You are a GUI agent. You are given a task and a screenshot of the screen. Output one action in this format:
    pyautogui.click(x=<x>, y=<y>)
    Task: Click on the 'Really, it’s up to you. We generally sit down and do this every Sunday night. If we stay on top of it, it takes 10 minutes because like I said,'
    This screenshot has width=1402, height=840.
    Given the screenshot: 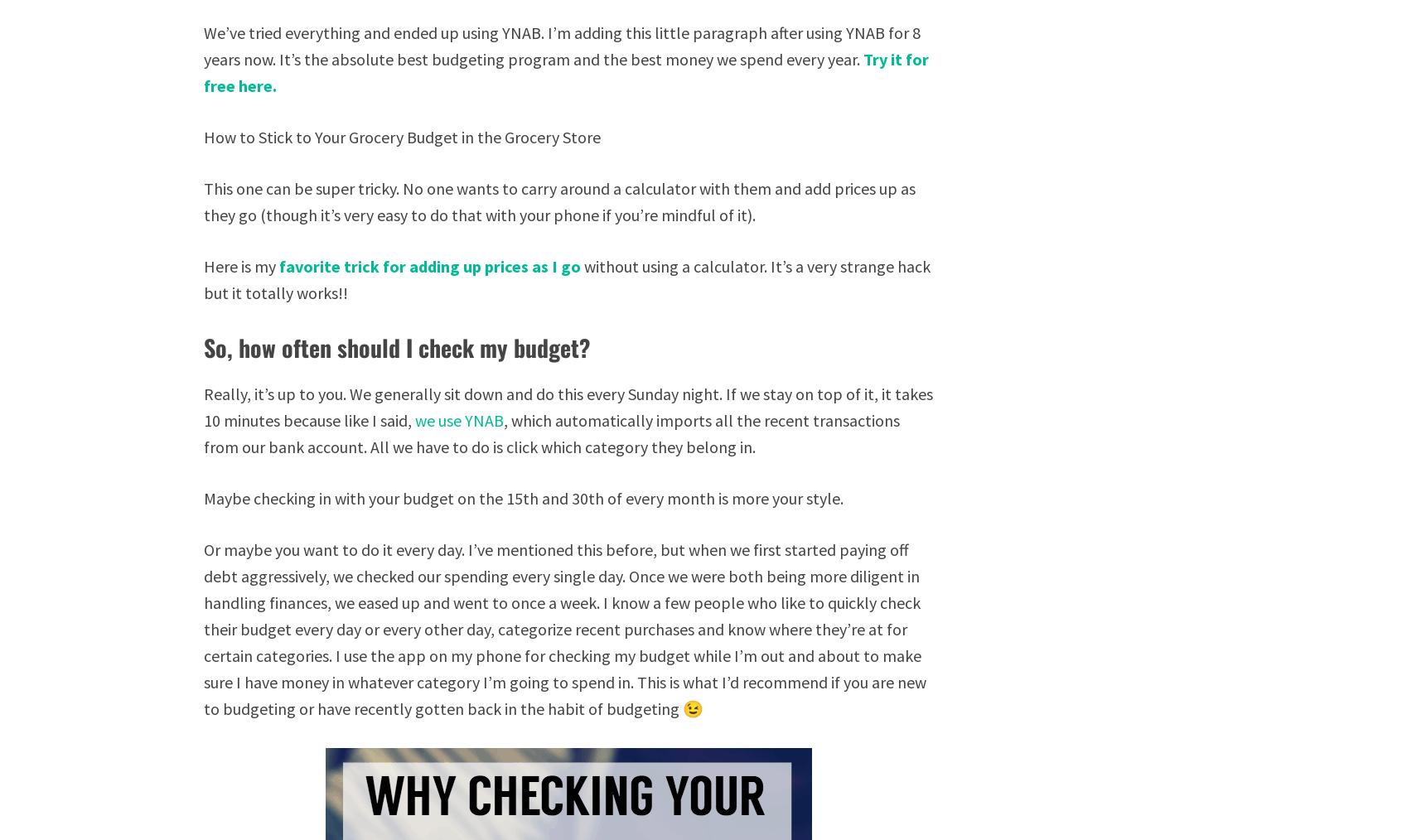 What is the action you would take?
    pyautogui.click(x=568, y=406)
    